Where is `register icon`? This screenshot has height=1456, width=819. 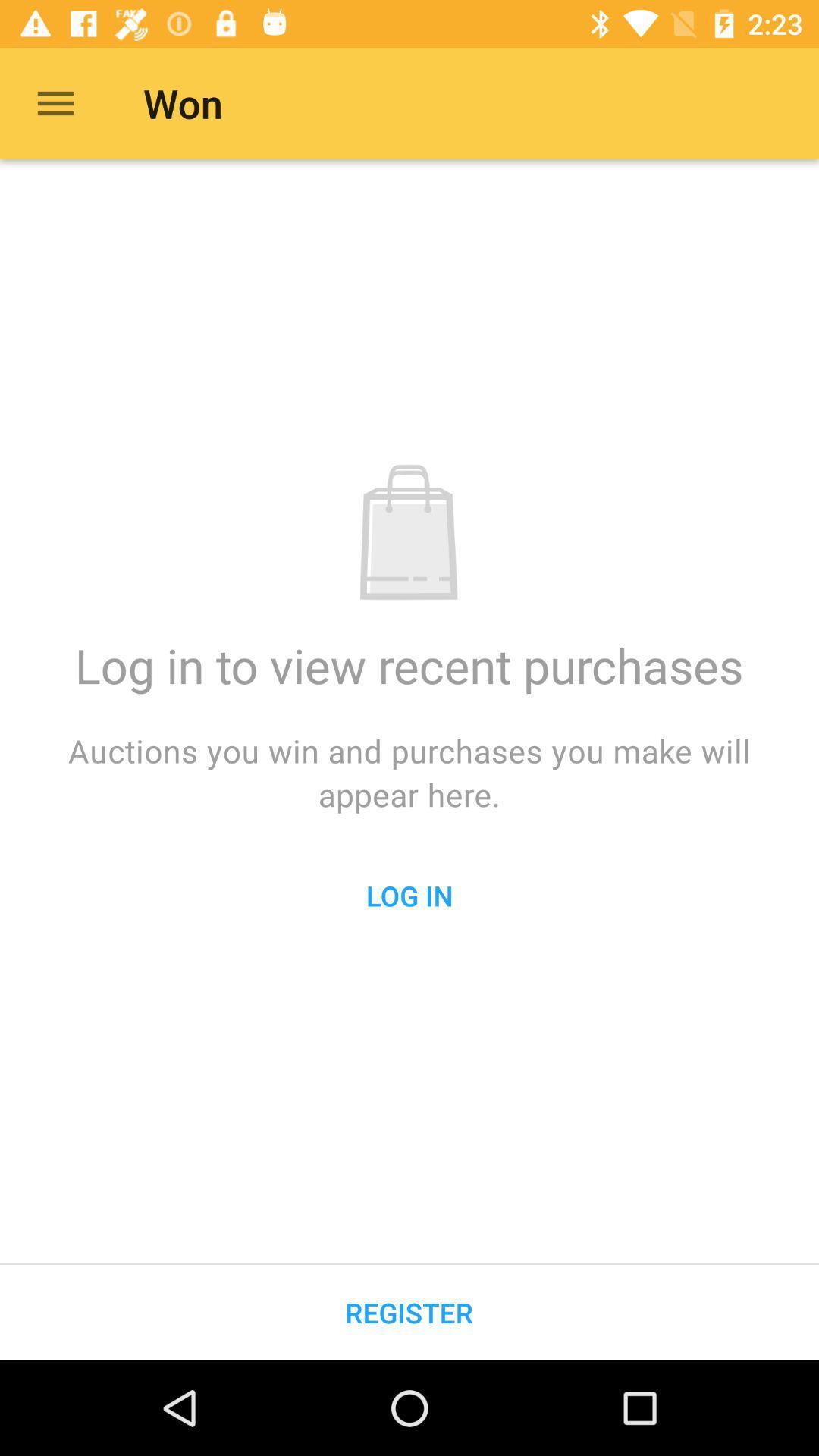
register icon is located at coordinates (408, 1312).